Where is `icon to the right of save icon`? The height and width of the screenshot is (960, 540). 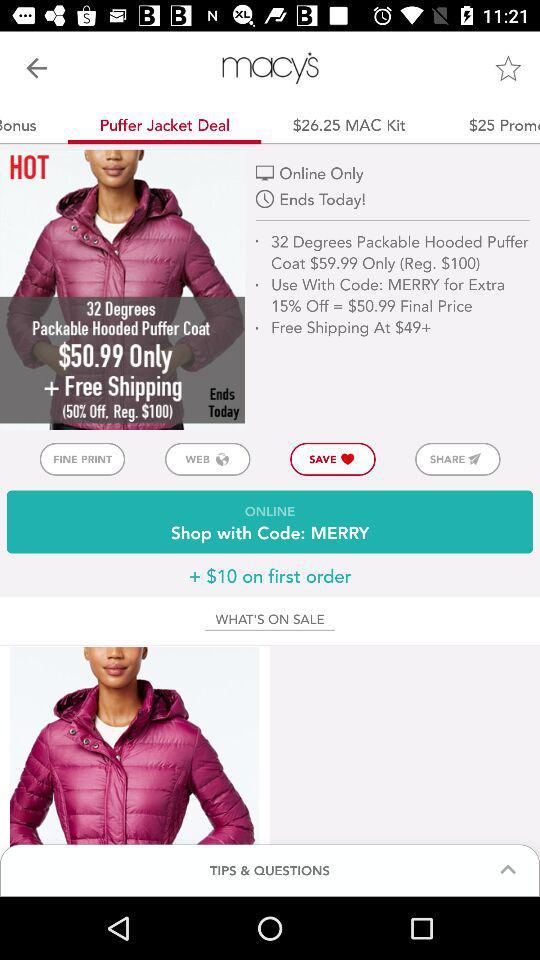
icon to the right of save icon is located at coordinates (457, 459).